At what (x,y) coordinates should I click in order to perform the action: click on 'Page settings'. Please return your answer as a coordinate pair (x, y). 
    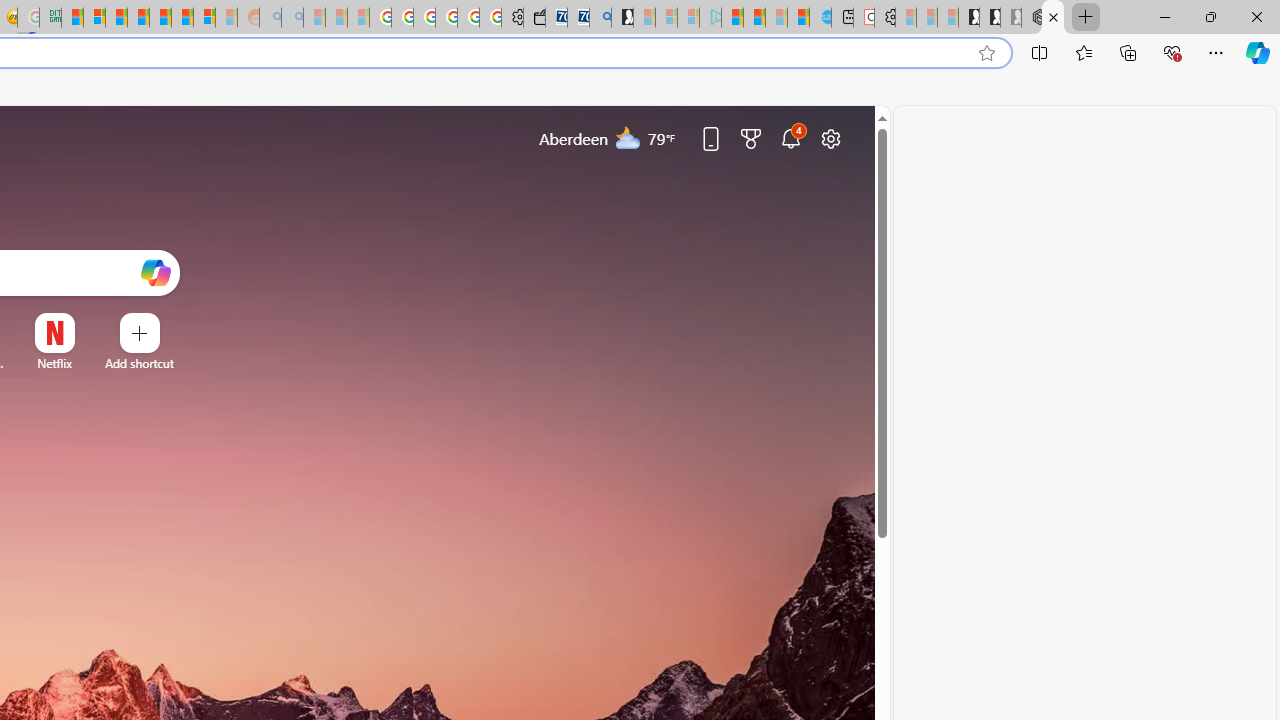
    Looking at the image, I should click on (831, 137).